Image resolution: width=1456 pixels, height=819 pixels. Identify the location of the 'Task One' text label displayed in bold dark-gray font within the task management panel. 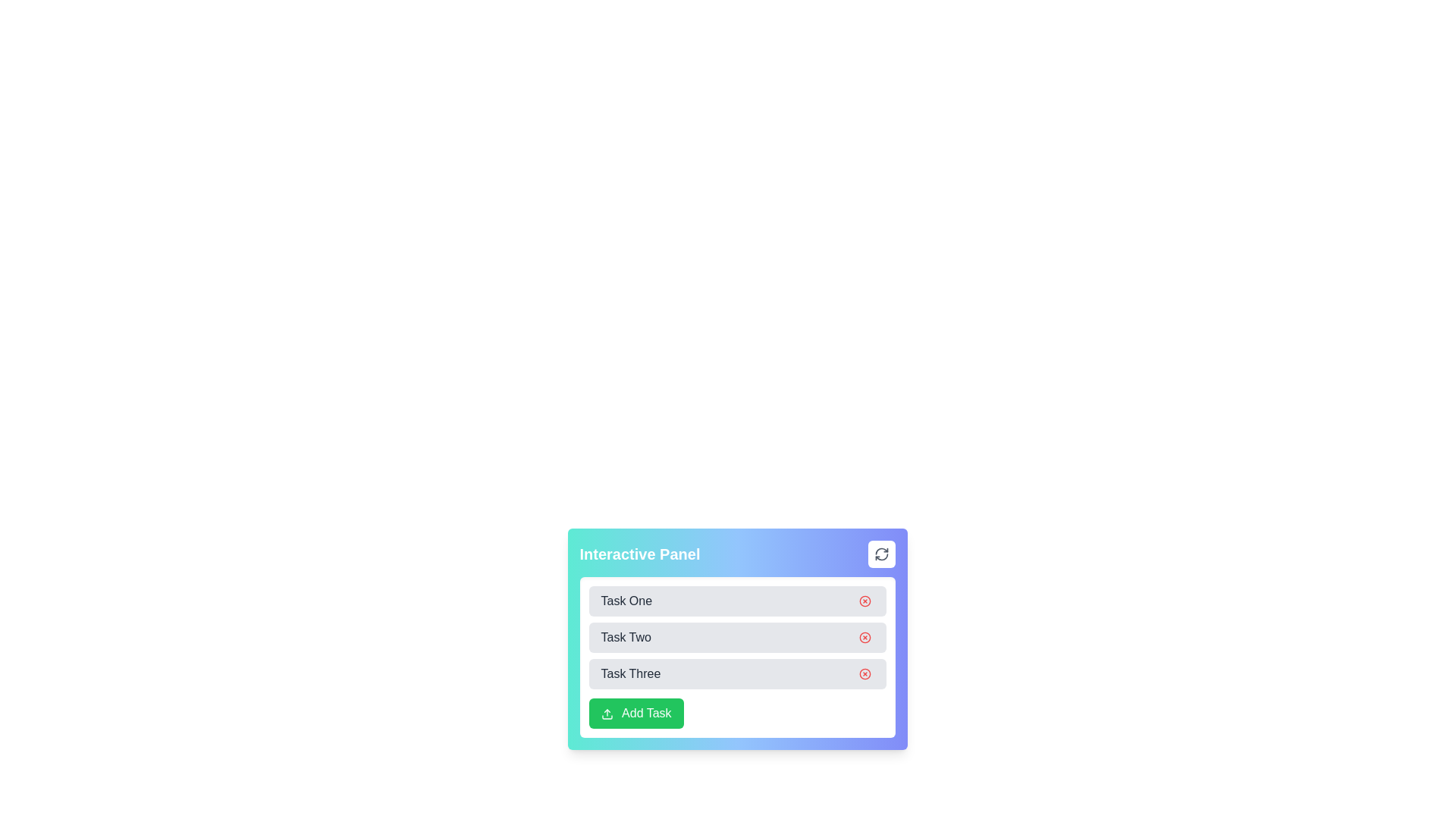
(626, 601).